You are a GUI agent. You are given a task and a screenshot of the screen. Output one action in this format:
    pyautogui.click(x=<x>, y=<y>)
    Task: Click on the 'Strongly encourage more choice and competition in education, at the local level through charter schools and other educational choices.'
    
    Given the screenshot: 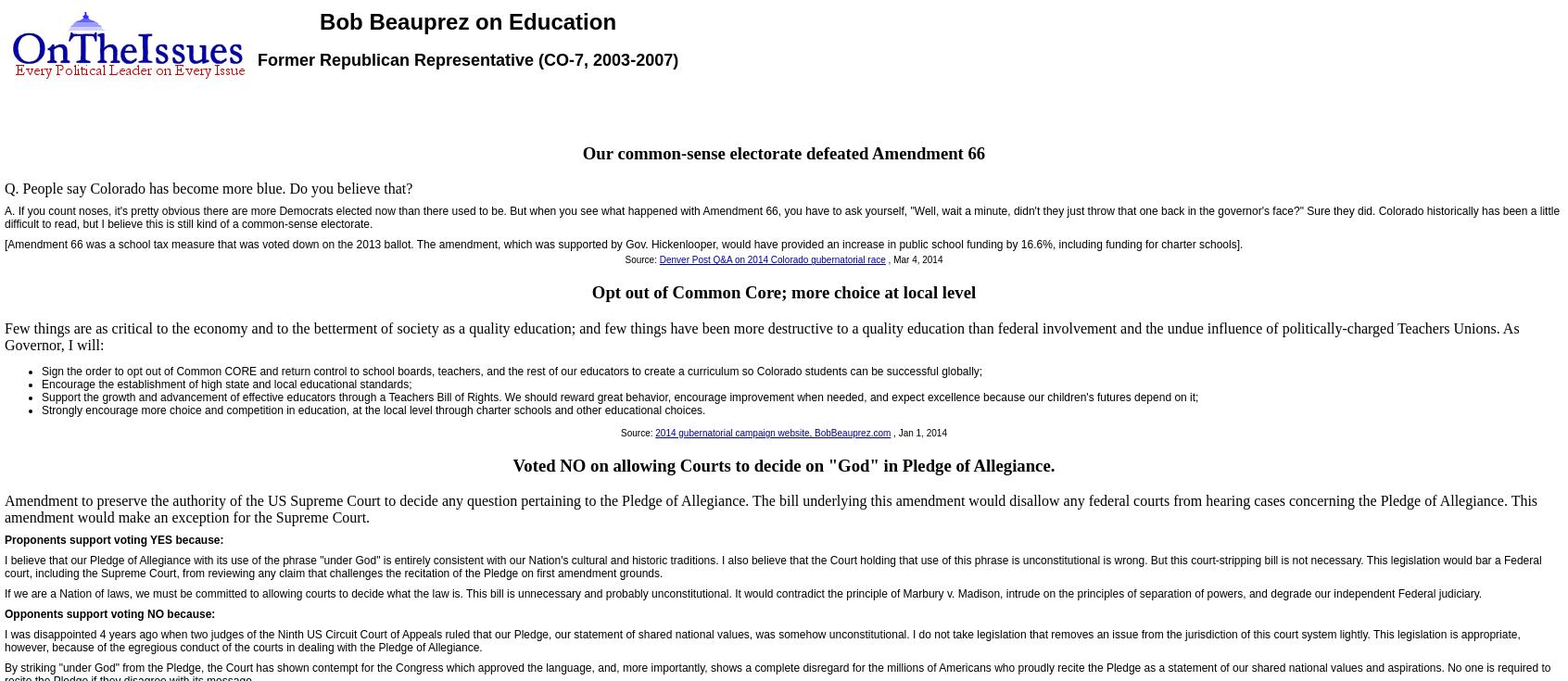 What is the action you would take?
    pyautogui.click(x=373, y=409)
    